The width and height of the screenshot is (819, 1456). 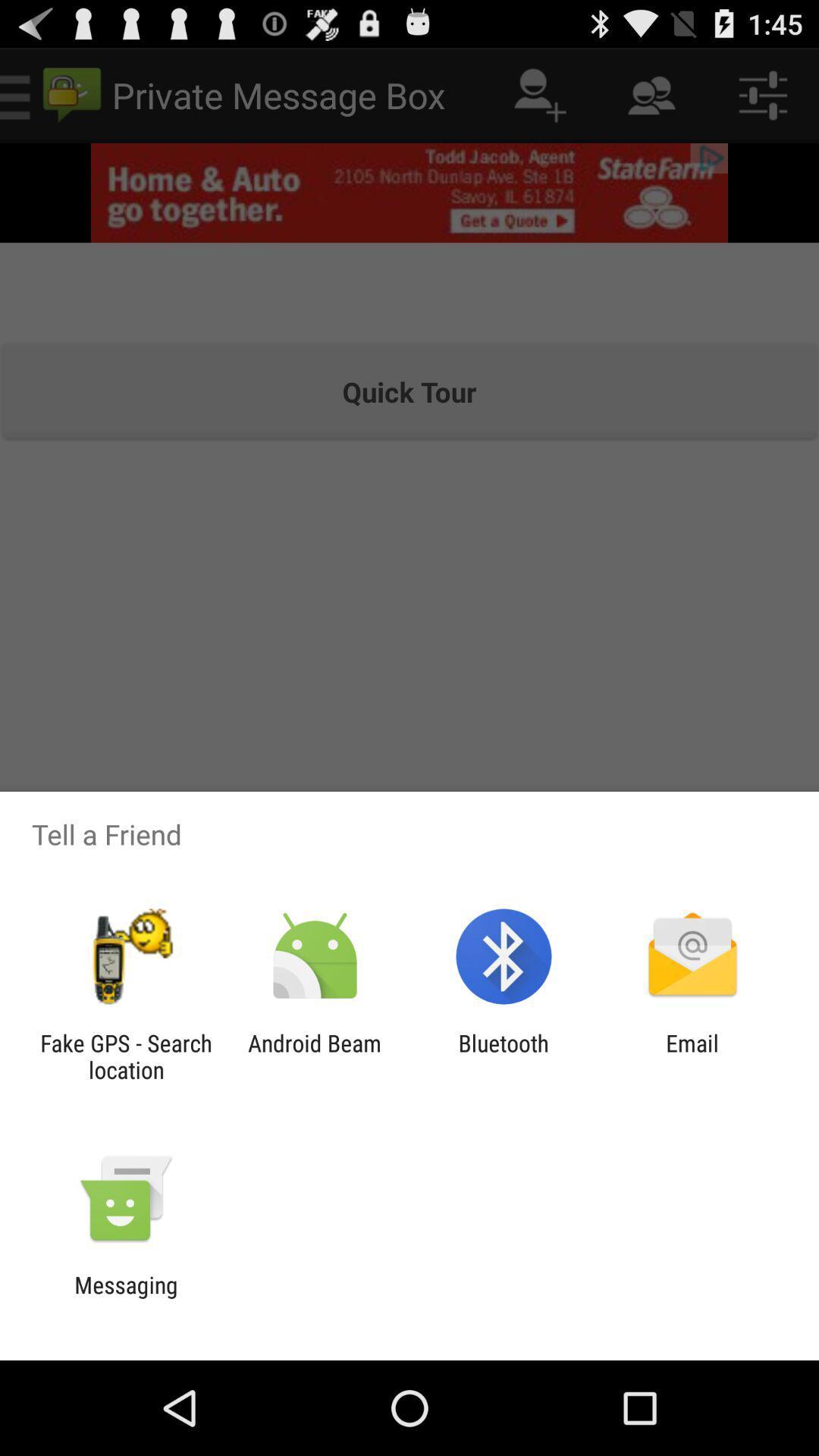 What do you see at coordinates (504, 1056) in the screenshot?
I see `bluetooth app` at bounding box center [504, 1056].